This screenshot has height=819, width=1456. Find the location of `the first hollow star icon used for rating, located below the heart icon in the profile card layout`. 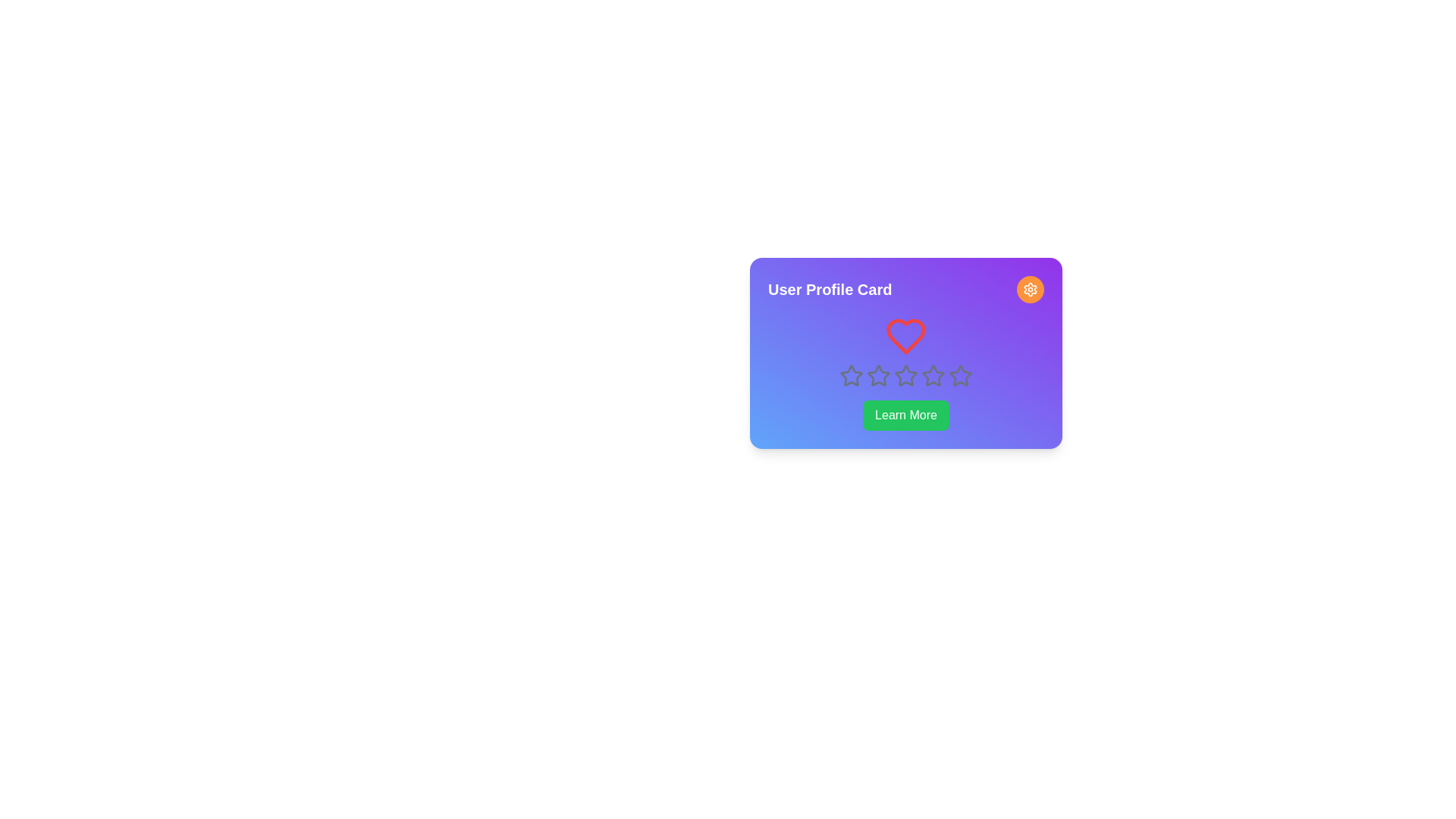

the first hollow star icon used for rating, located below the heart icon in the profile card layout is located at coordinates (852, 375).